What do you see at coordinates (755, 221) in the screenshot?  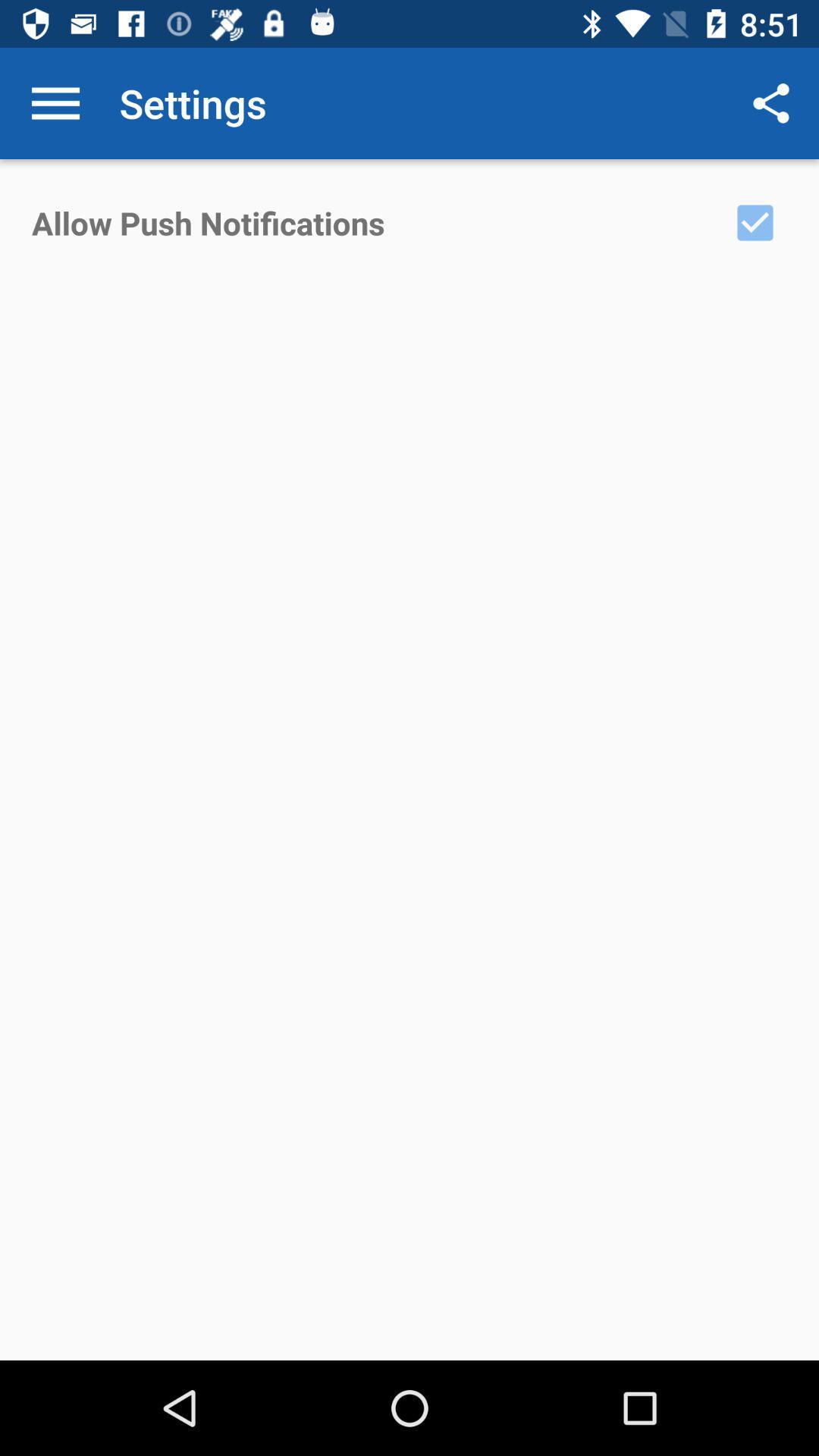 I see `the icon to the right of the allow push notifications item` at bounding box center [755, 221].